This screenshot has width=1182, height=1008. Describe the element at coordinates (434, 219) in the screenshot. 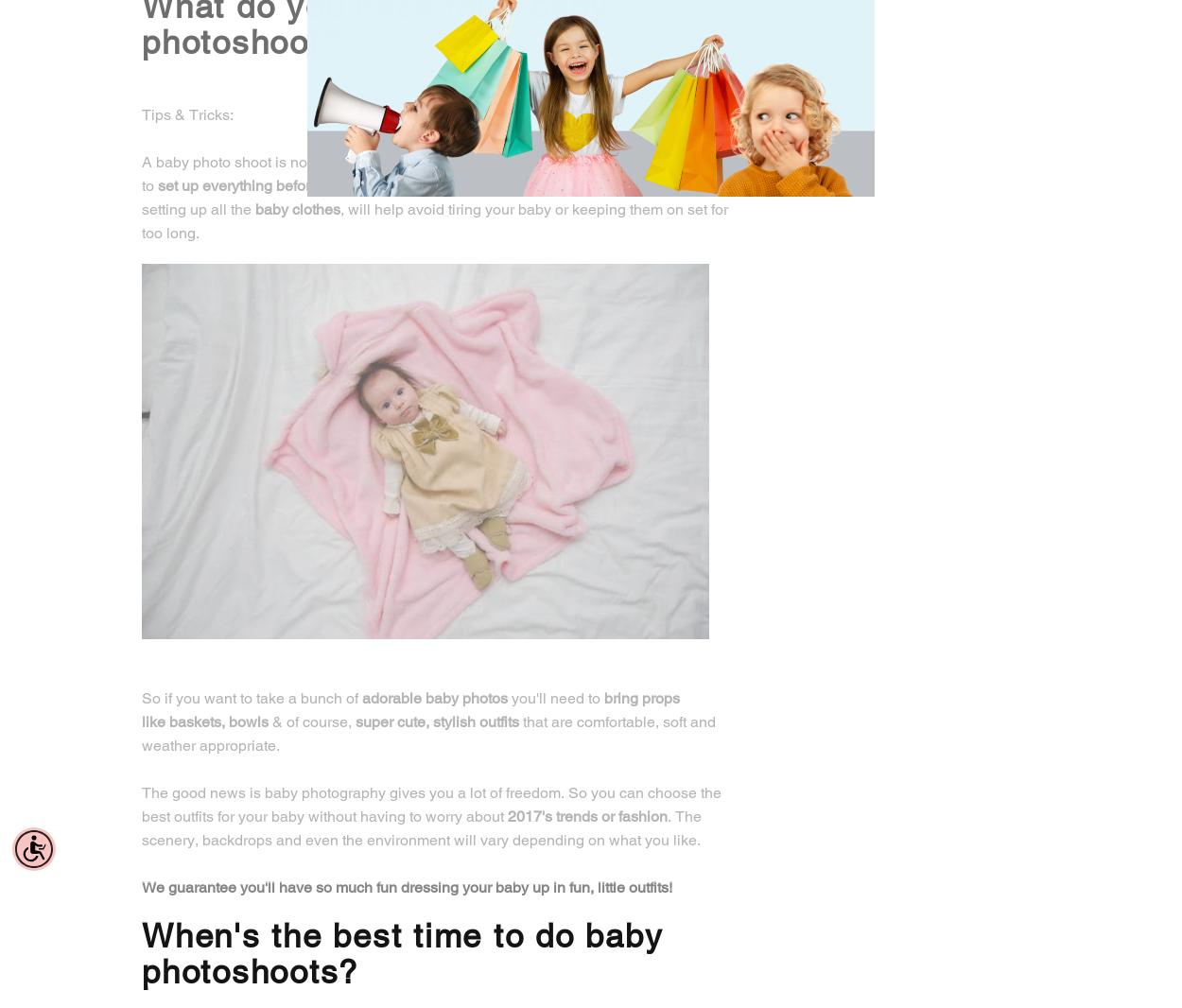

I see `', will help avoid tiring your baby or keeping them on set for too long.'` at that location.